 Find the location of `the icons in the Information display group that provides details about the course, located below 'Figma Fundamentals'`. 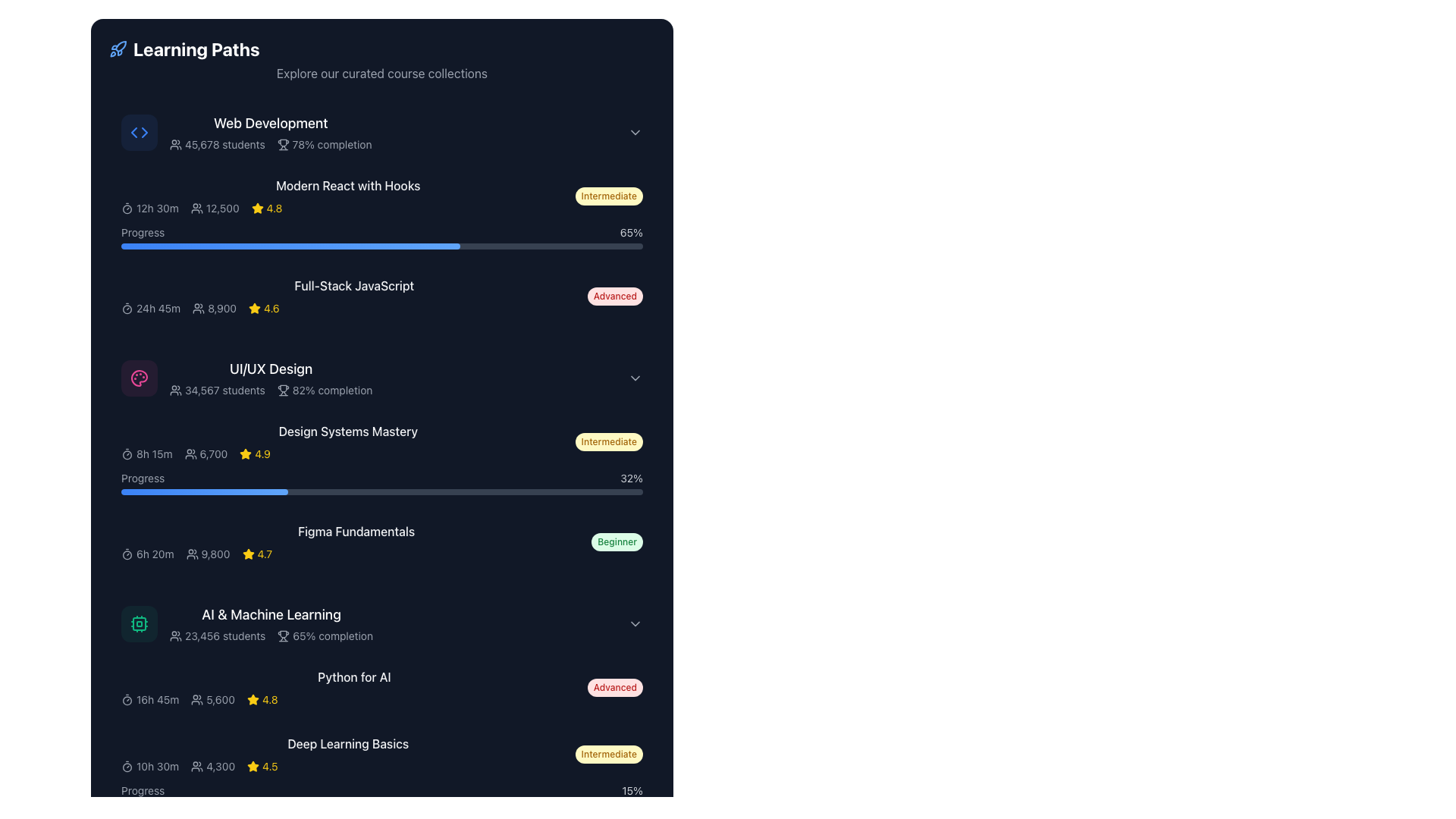

the icons in the Information display group that provides details about the course, located below 'Figma Fundamentals' is located at coordinates (356, 554).